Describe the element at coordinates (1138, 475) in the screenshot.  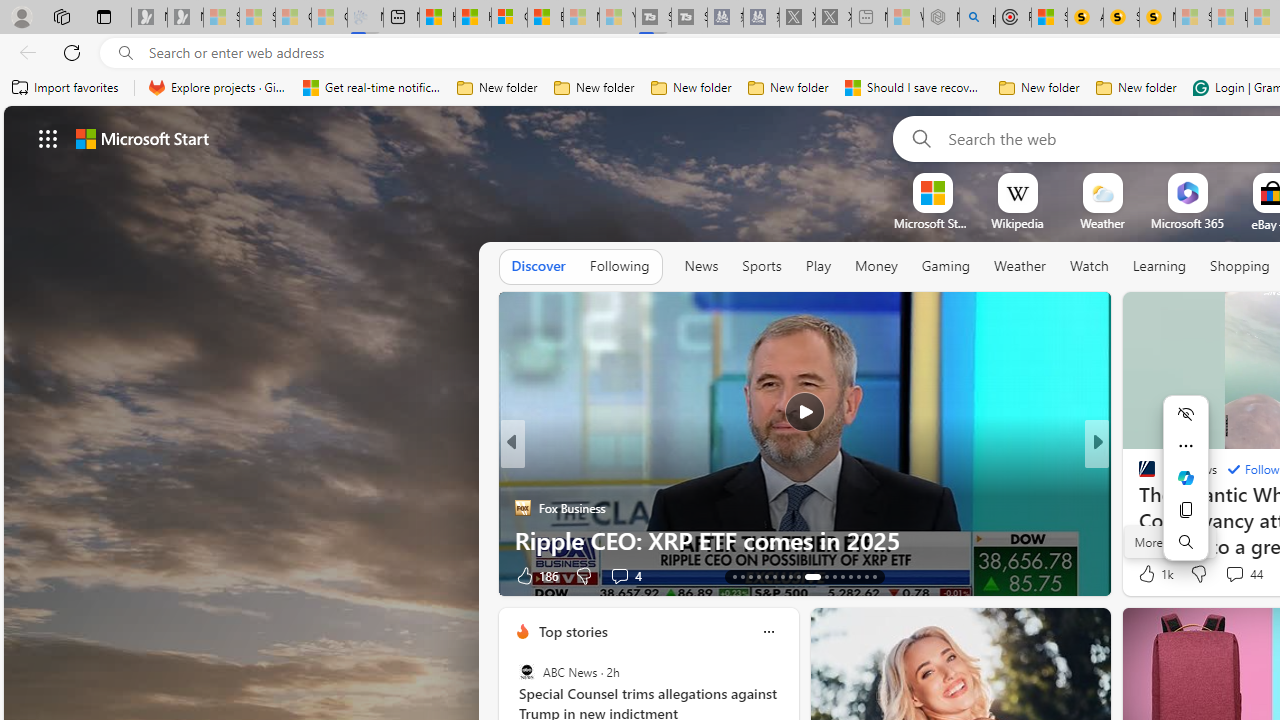
I see `'USA TODAY'` at that location.